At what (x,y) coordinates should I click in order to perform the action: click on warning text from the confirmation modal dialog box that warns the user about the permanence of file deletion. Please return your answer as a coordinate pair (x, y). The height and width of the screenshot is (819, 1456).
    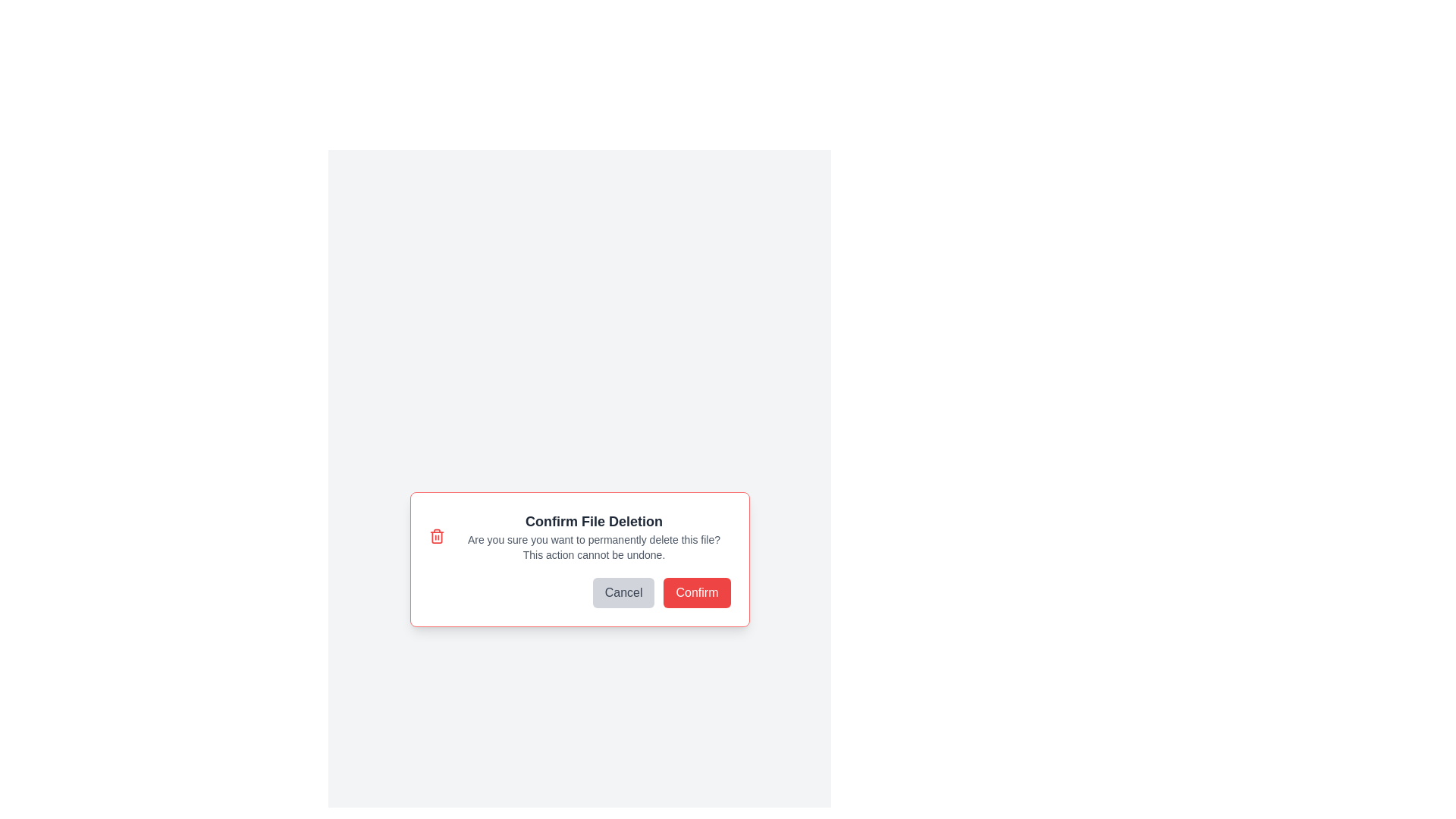
    Looking at the image, I should click on (579, 559).